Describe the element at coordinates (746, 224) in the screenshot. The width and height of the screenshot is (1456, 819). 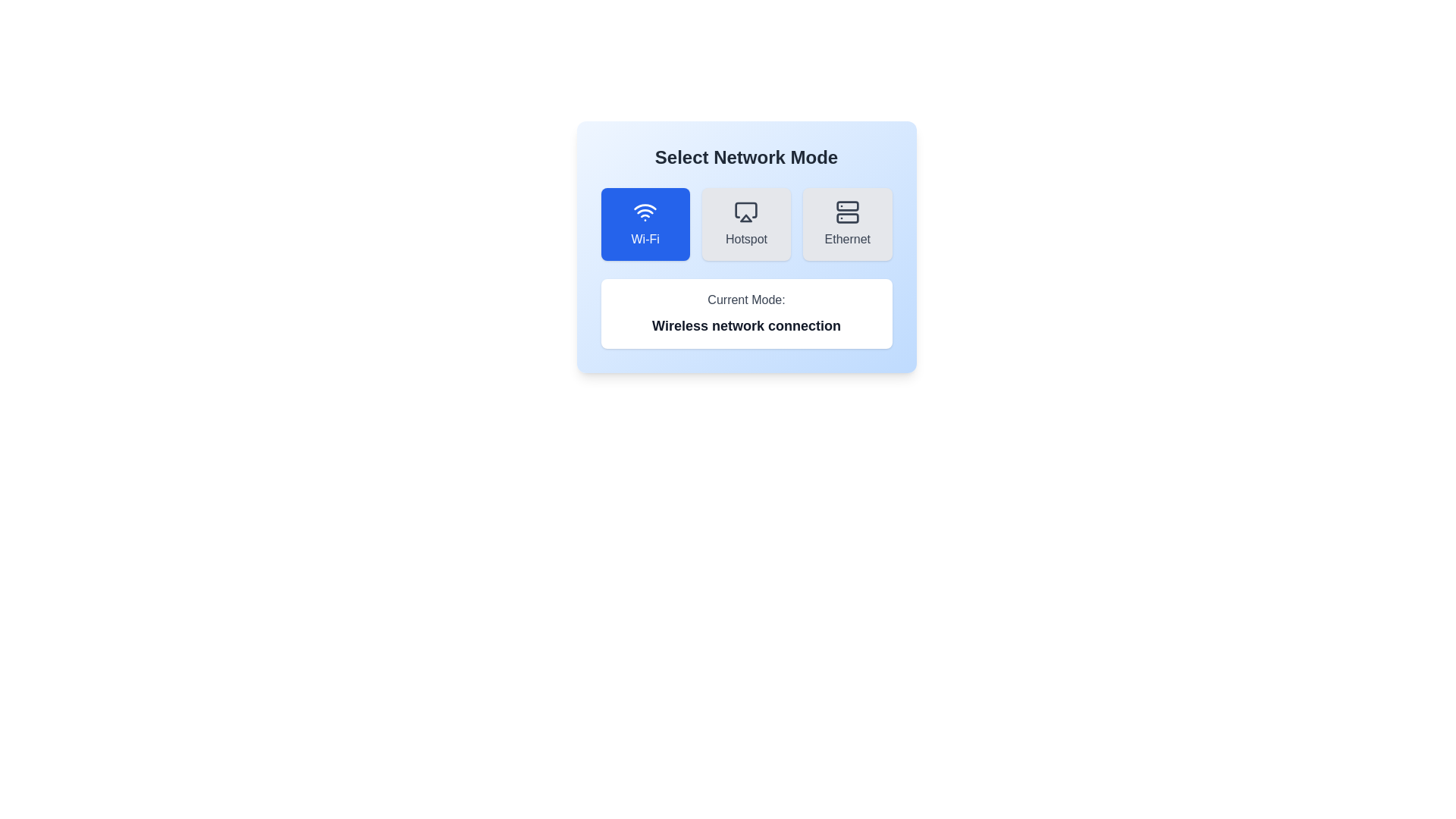
I see `the network mode by clicking on the corresponding button for Hotspot` at that location.